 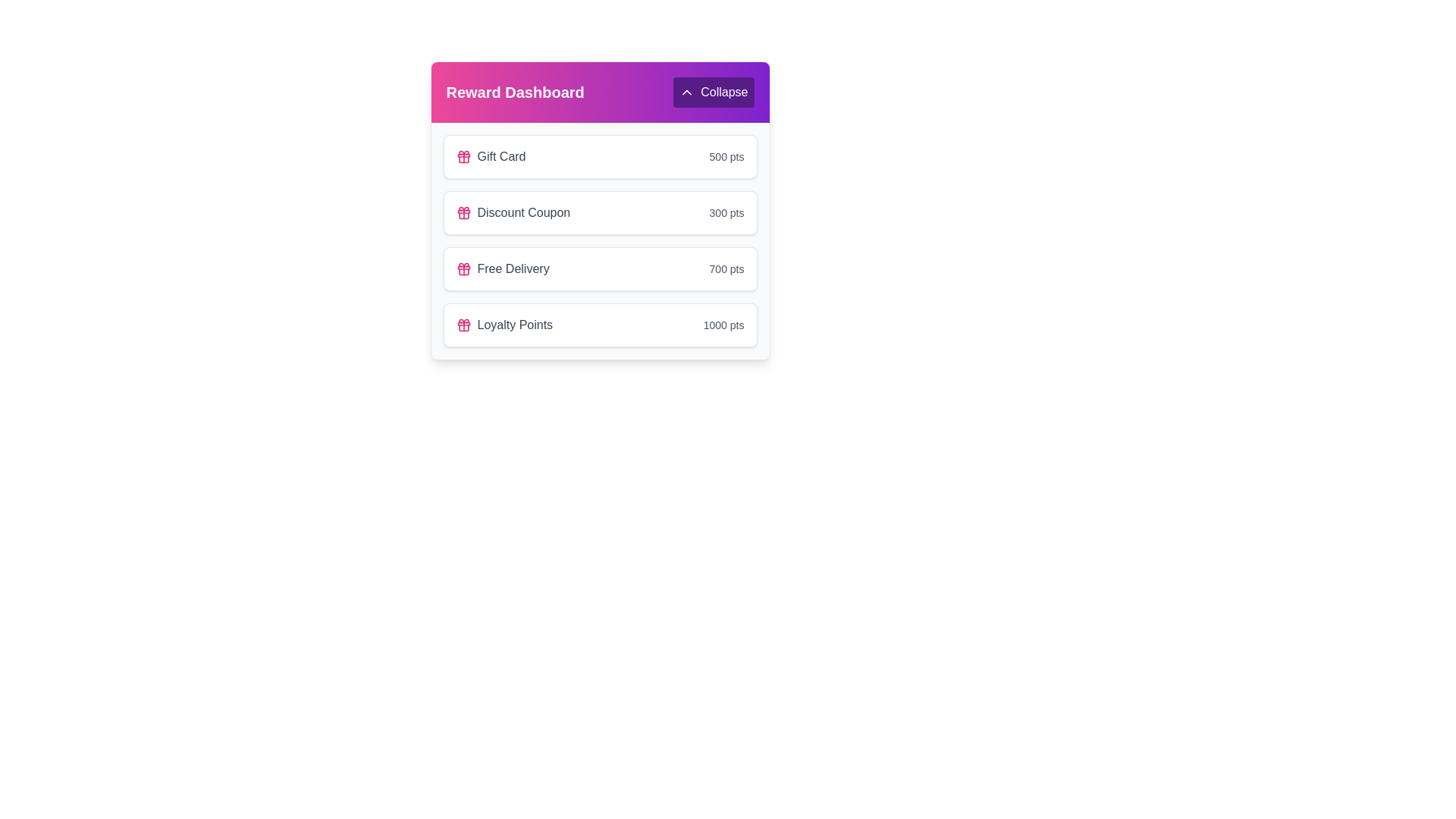 I want to click on the List item card that represents an item, so click(x=599, y=268).